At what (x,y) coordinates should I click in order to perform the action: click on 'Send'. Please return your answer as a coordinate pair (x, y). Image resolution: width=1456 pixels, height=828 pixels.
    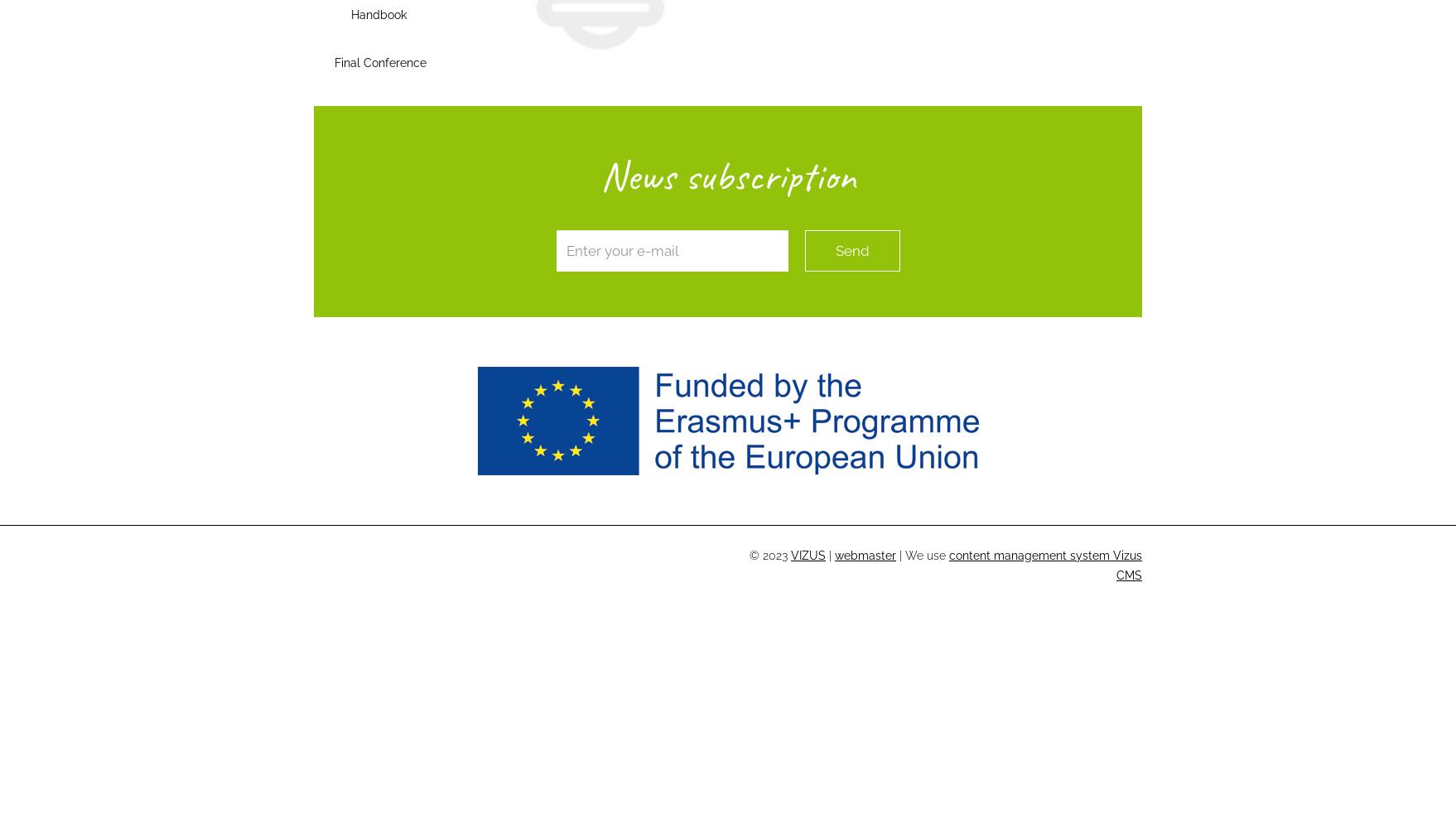
    Looking at the image, I should click on (851, 250).